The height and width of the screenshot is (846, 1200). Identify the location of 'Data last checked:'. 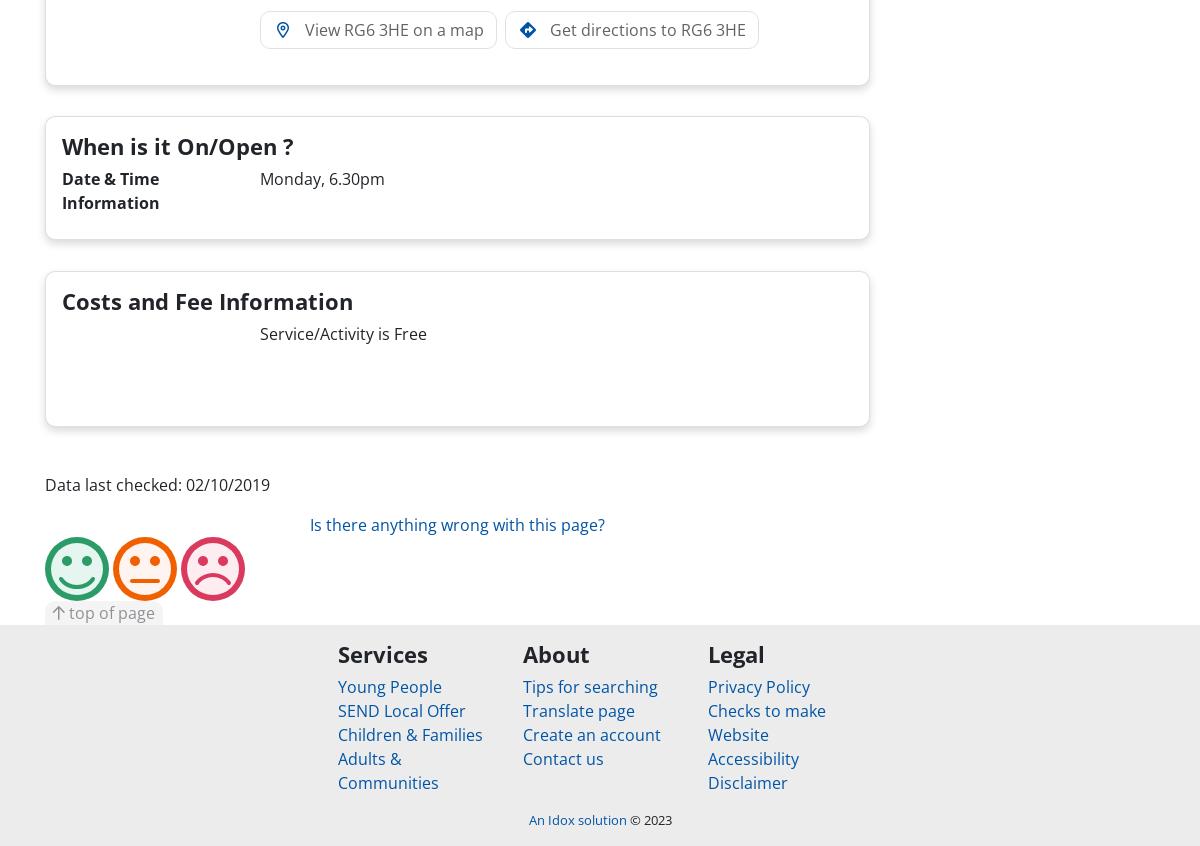
(45, 482).